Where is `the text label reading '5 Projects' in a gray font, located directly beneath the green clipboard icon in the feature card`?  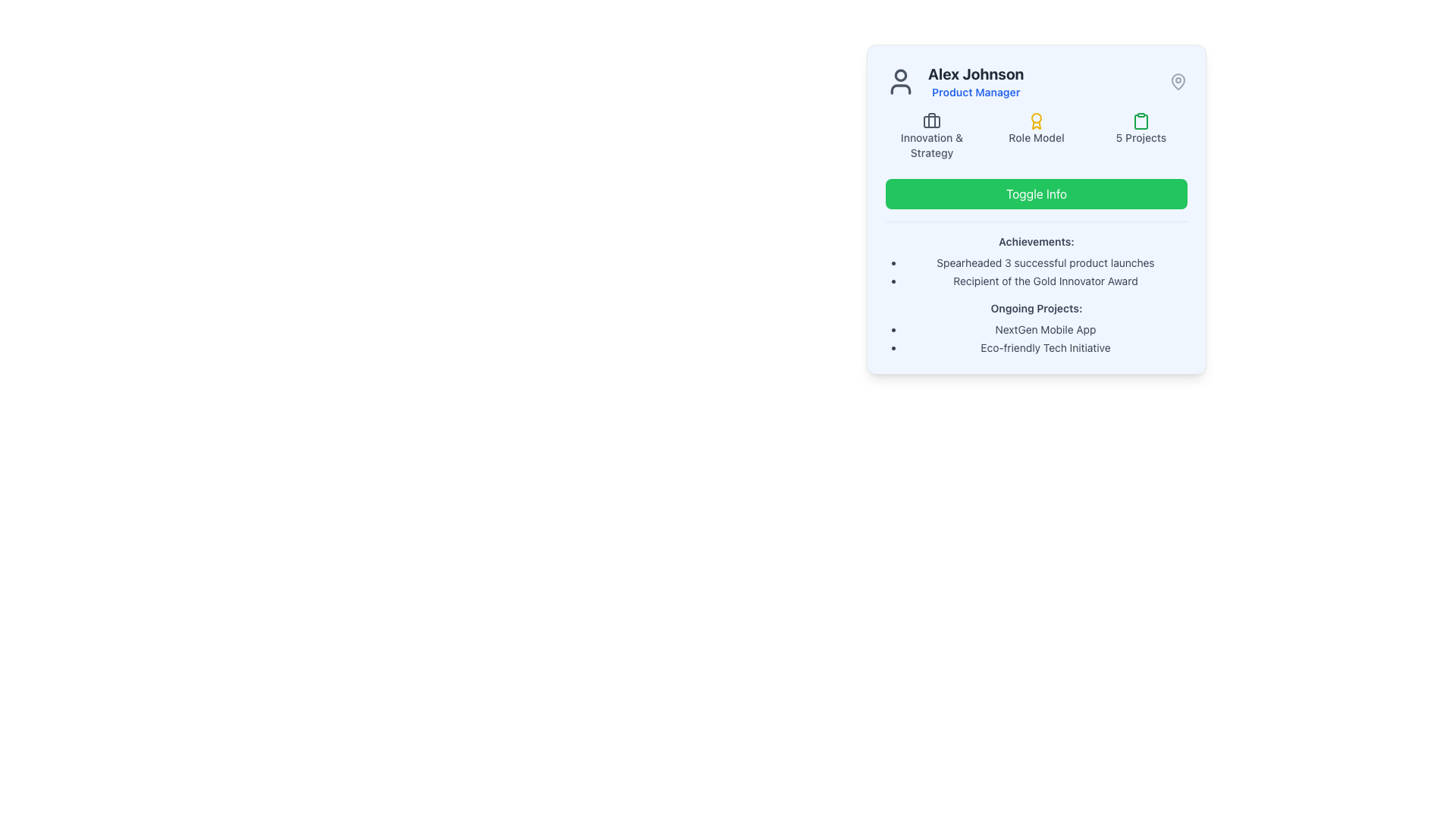
the text label reading '5 Projects' in a gray font, located directly beneath the green clipboard icon in the feature card is located at coordinates (1141, 137).